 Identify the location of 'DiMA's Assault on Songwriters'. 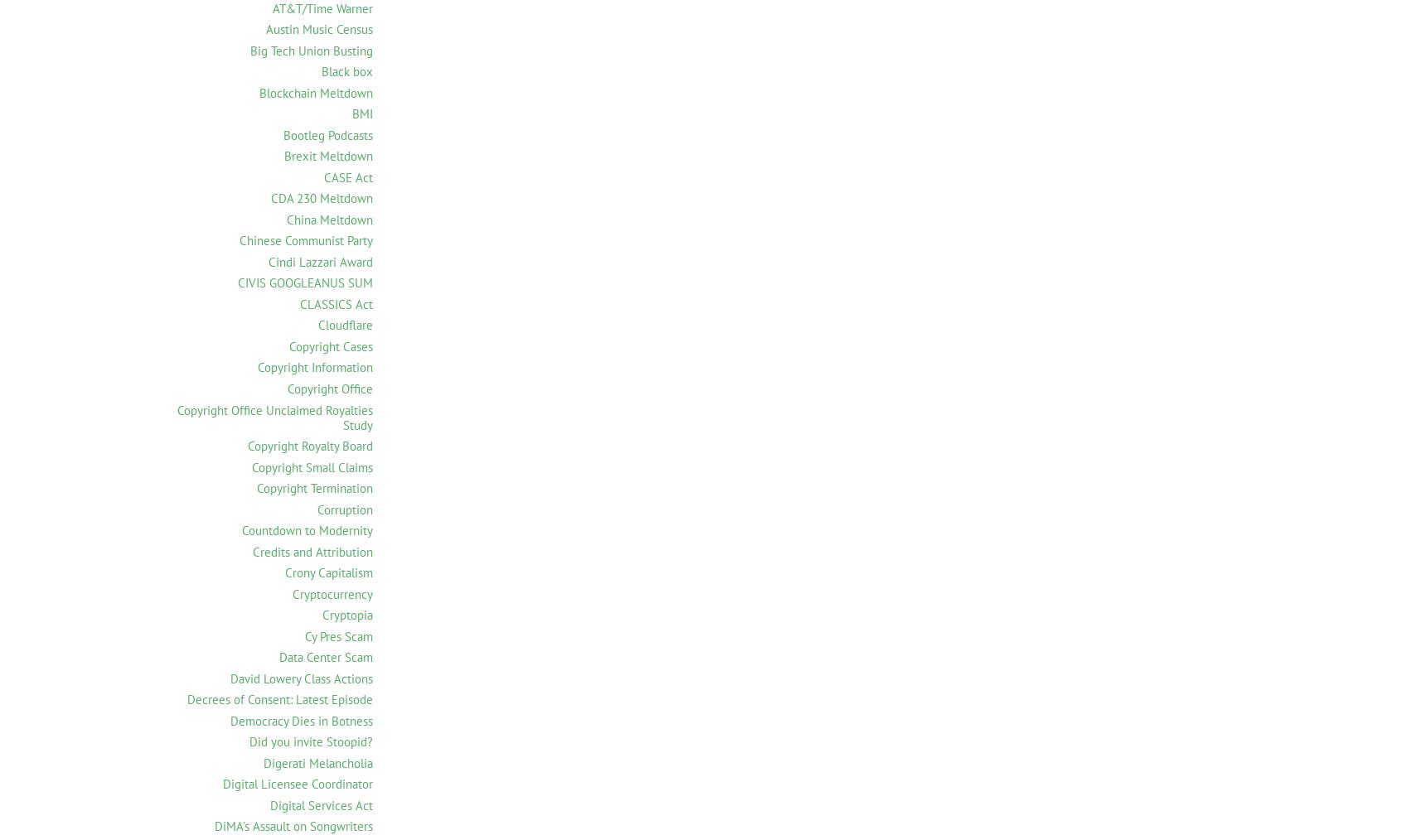
(293, 826).